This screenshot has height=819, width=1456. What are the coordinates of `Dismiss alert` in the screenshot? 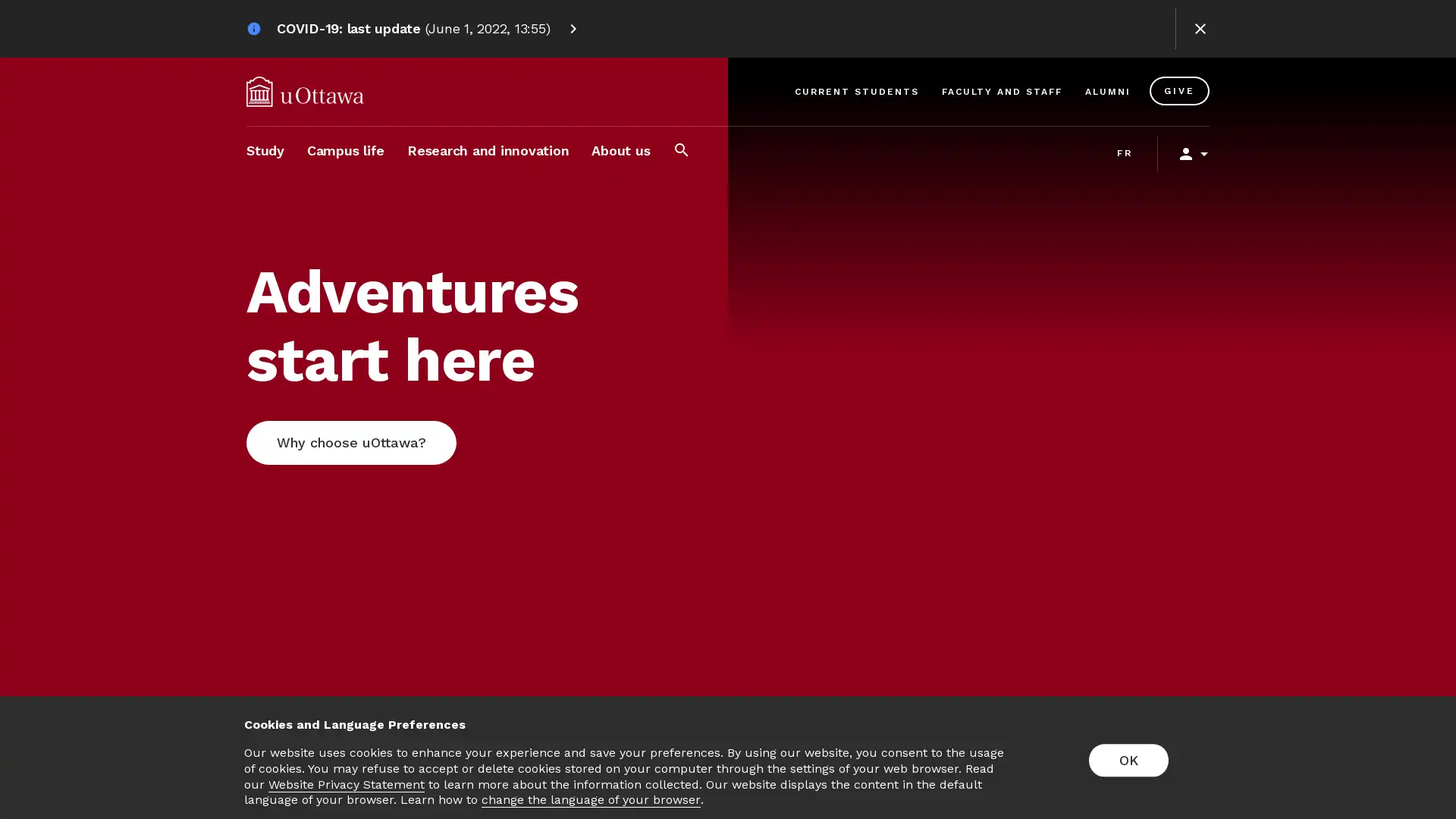 It's located at (1200, 29).